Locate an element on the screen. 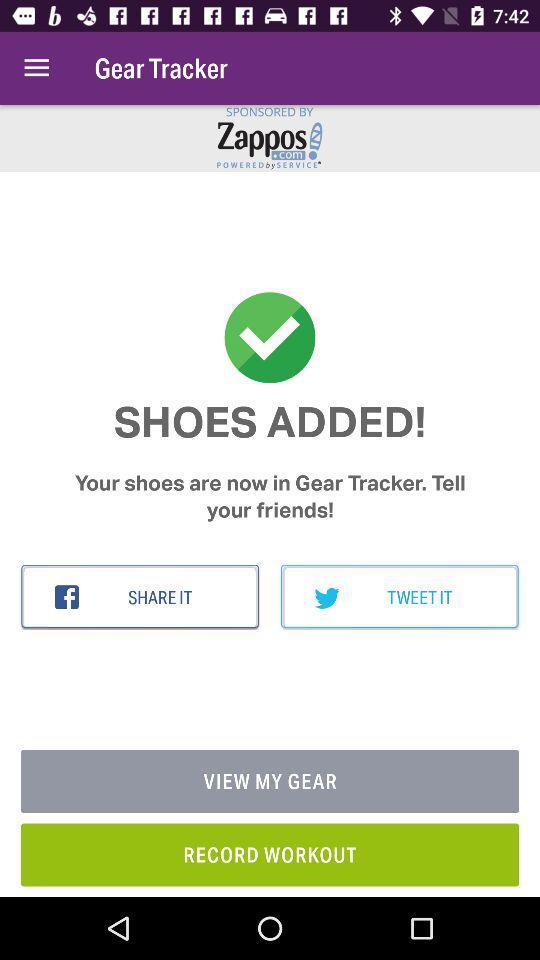 The image size is (540, 960). item next to the gear tracker item is located at coordinates (36, 68).